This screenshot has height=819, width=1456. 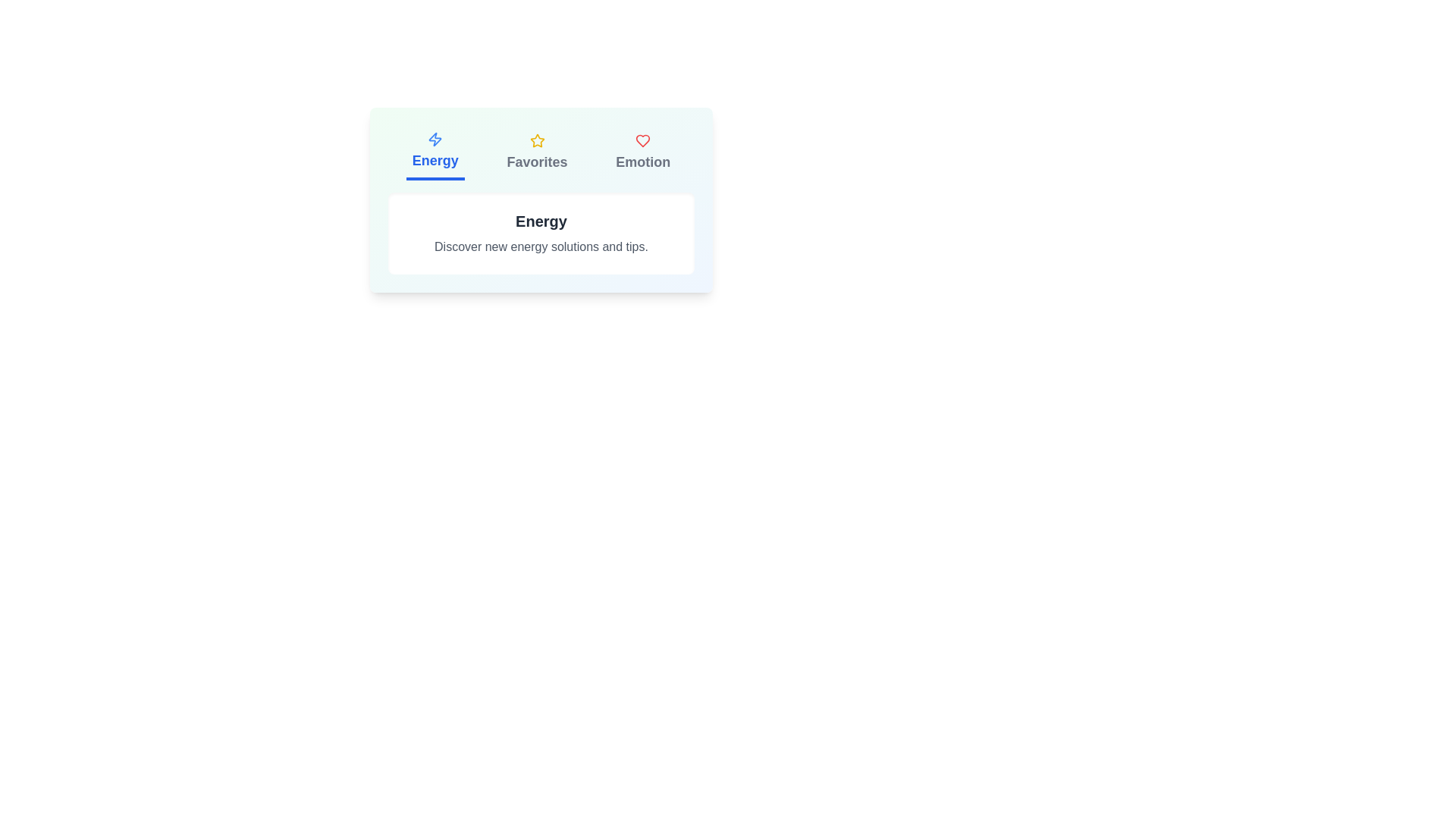 What do you see at coordinates (537, 152) in the screenshot?
I see `the Favorites tab by clicking on it` at bounding box center [537, 152].